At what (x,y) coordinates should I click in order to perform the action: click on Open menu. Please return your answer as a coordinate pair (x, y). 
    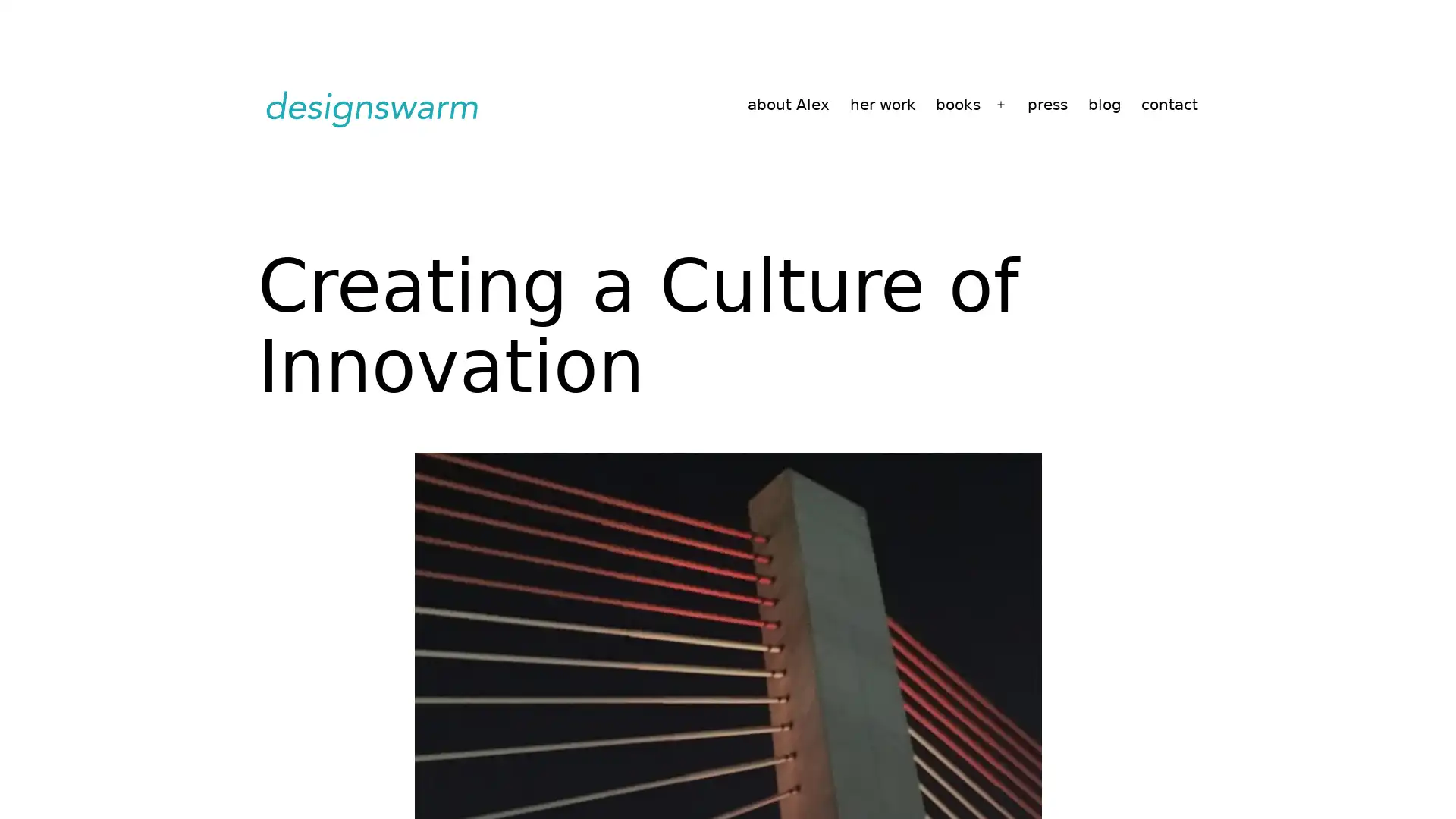
    Looking at the image, I should click on (1001, 104).